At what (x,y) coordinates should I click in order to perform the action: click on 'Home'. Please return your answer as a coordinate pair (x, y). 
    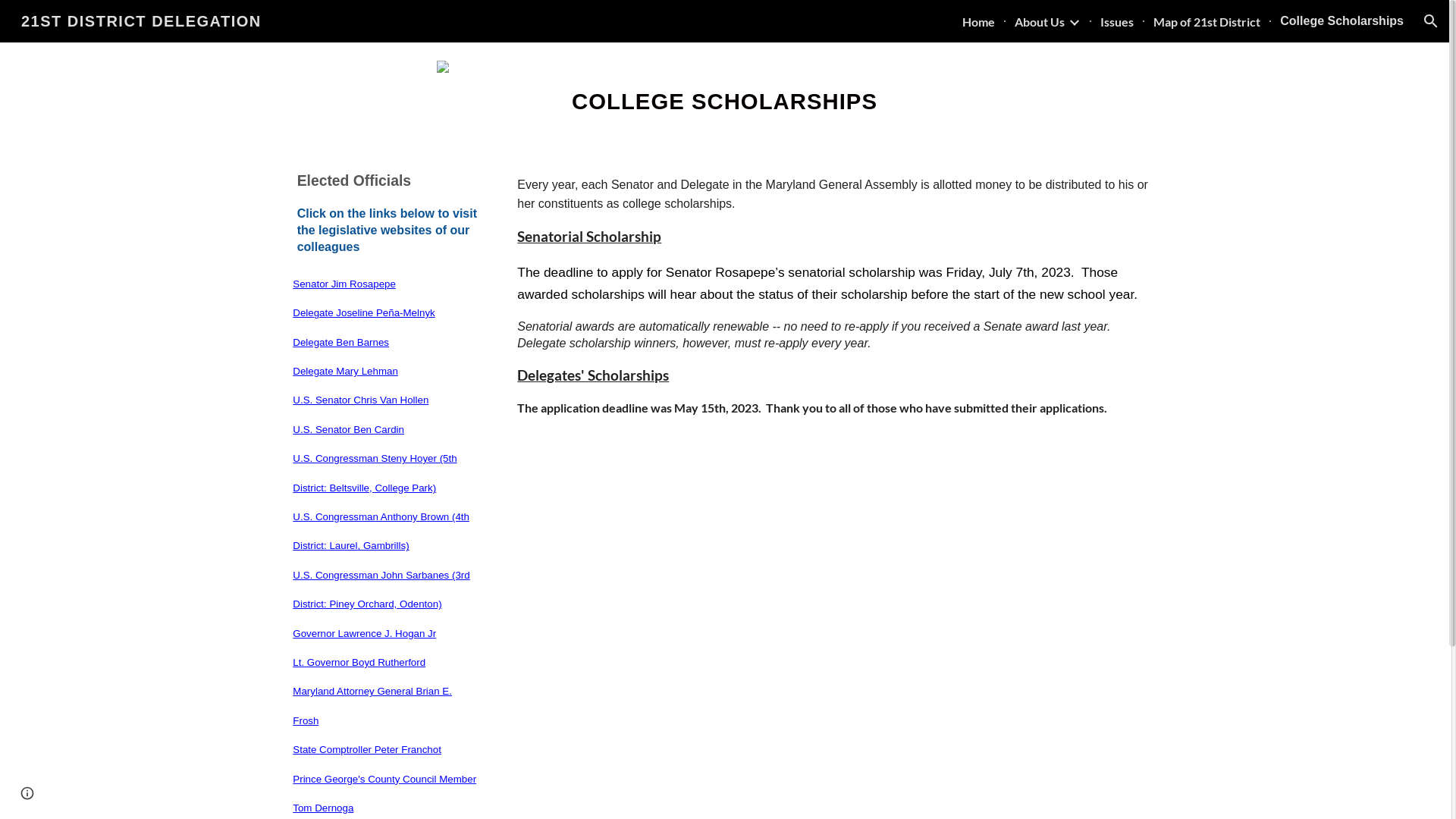
    Looking at the image, I should click on (978, 20).